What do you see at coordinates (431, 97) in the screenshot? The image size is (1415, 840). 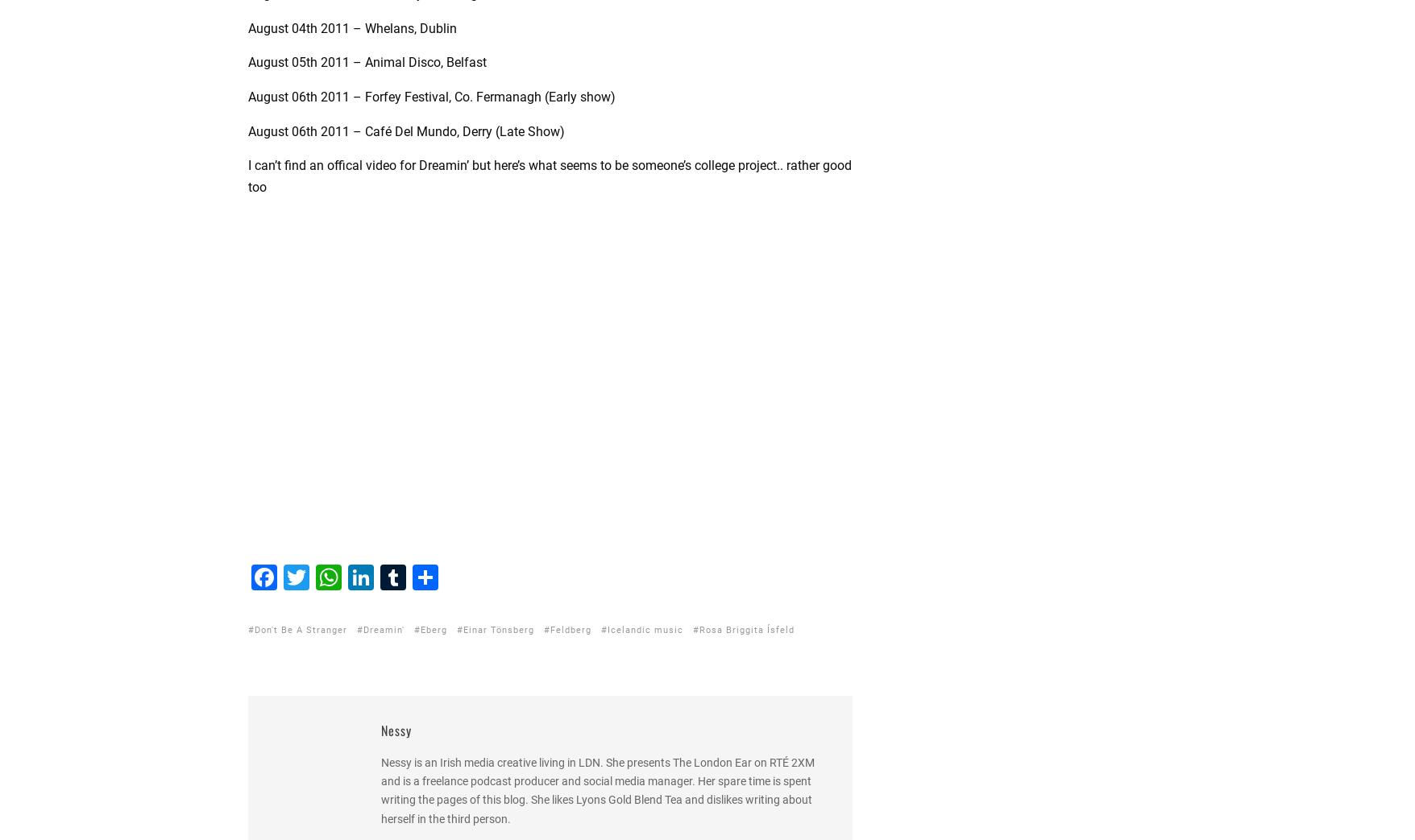 I see `'August 06th 2011 – Forfey Festival, Co. Fermanagh (Early show)'` at bounding box center [431, 97].